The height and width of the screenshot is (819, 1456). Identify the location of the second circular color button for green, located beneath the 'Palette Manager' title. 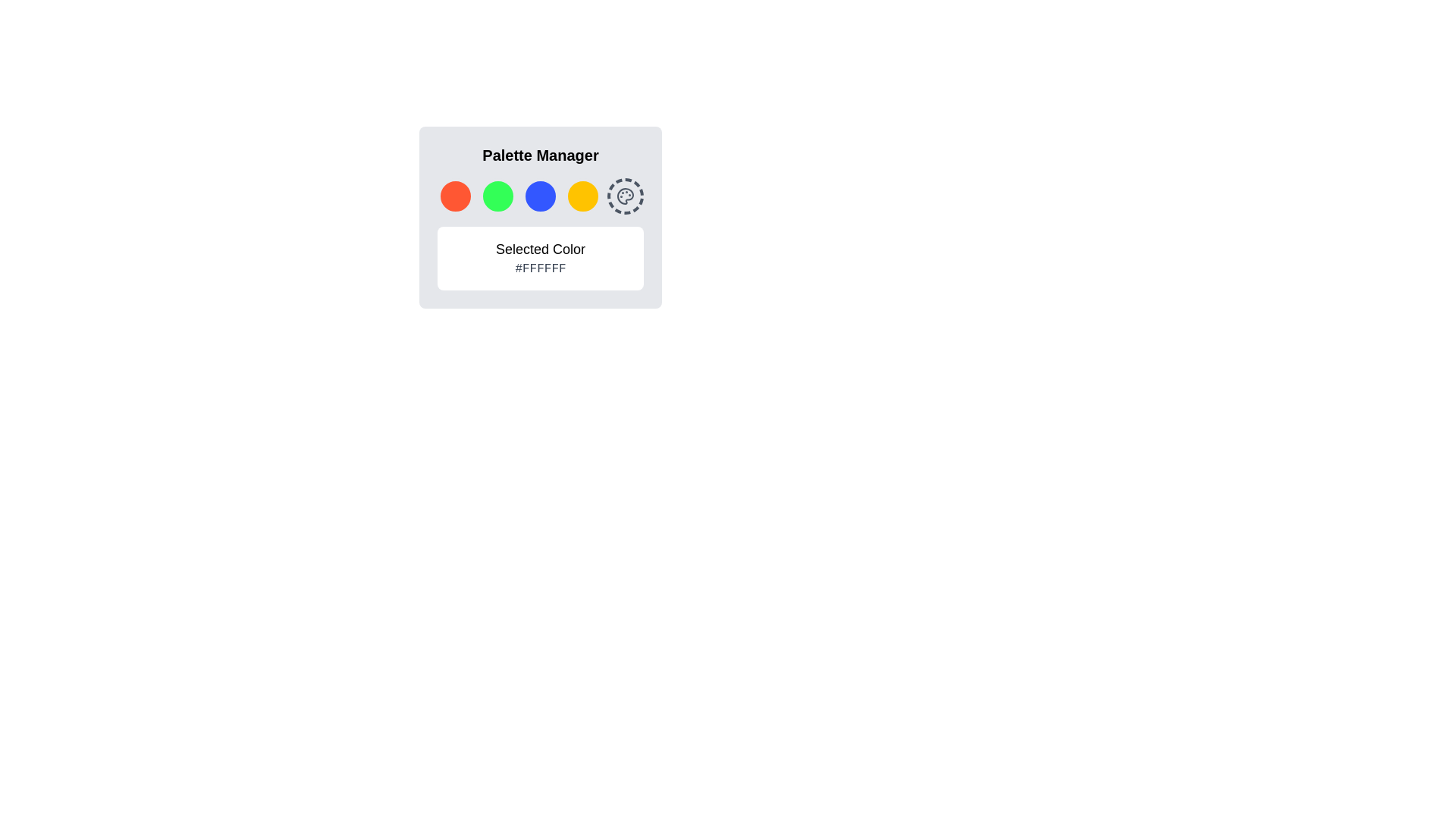
(498, 195).